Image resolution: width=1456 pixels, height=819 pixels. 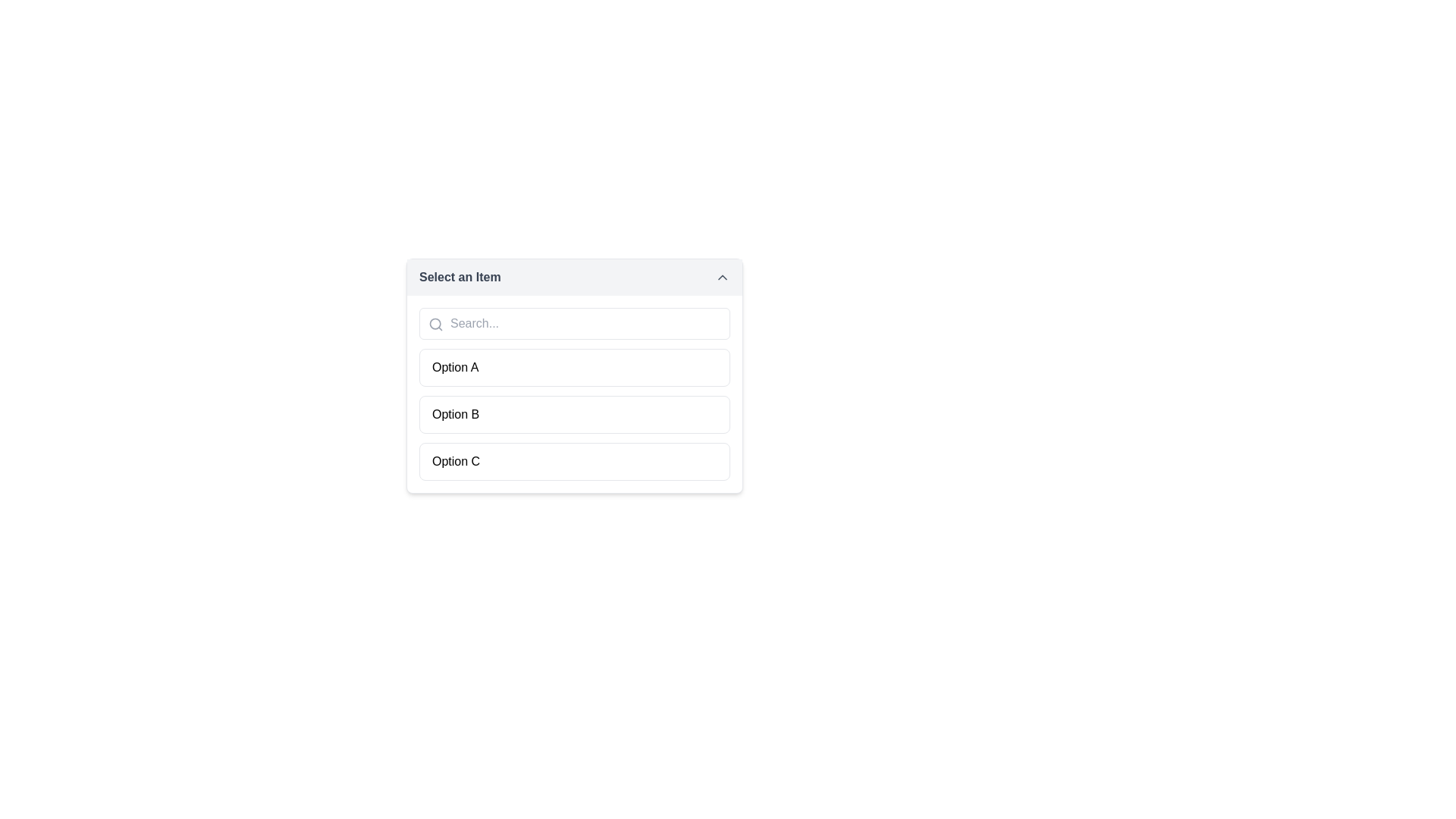 I want to click on the text label 'Option B' which is the second item in a dropdown list of options, so click(x=454, y=415).